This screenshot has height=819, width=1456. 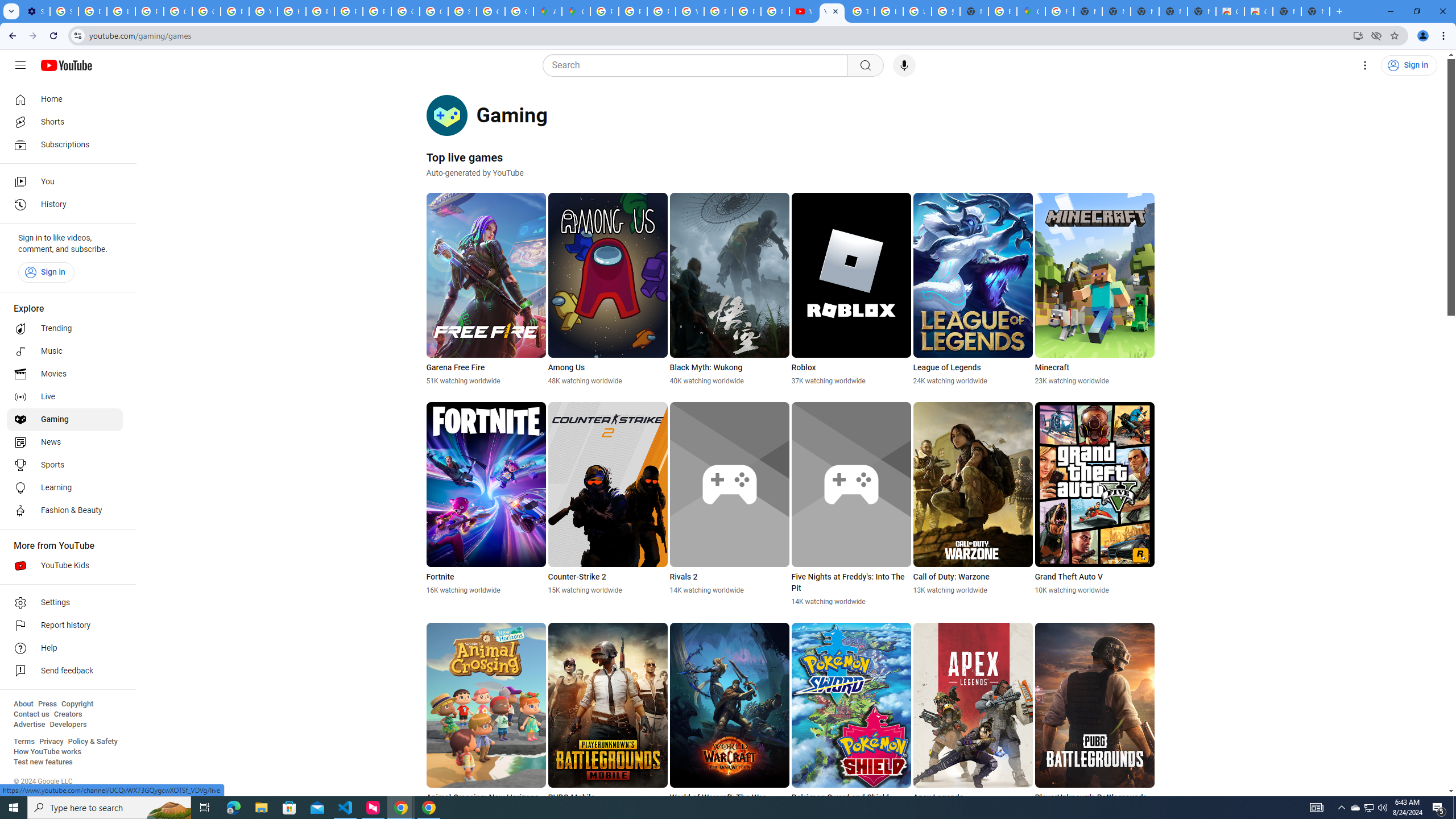 I want to click on 'Policy Accountability and Transparency - Transparency Center', so click(x=605, y=11).